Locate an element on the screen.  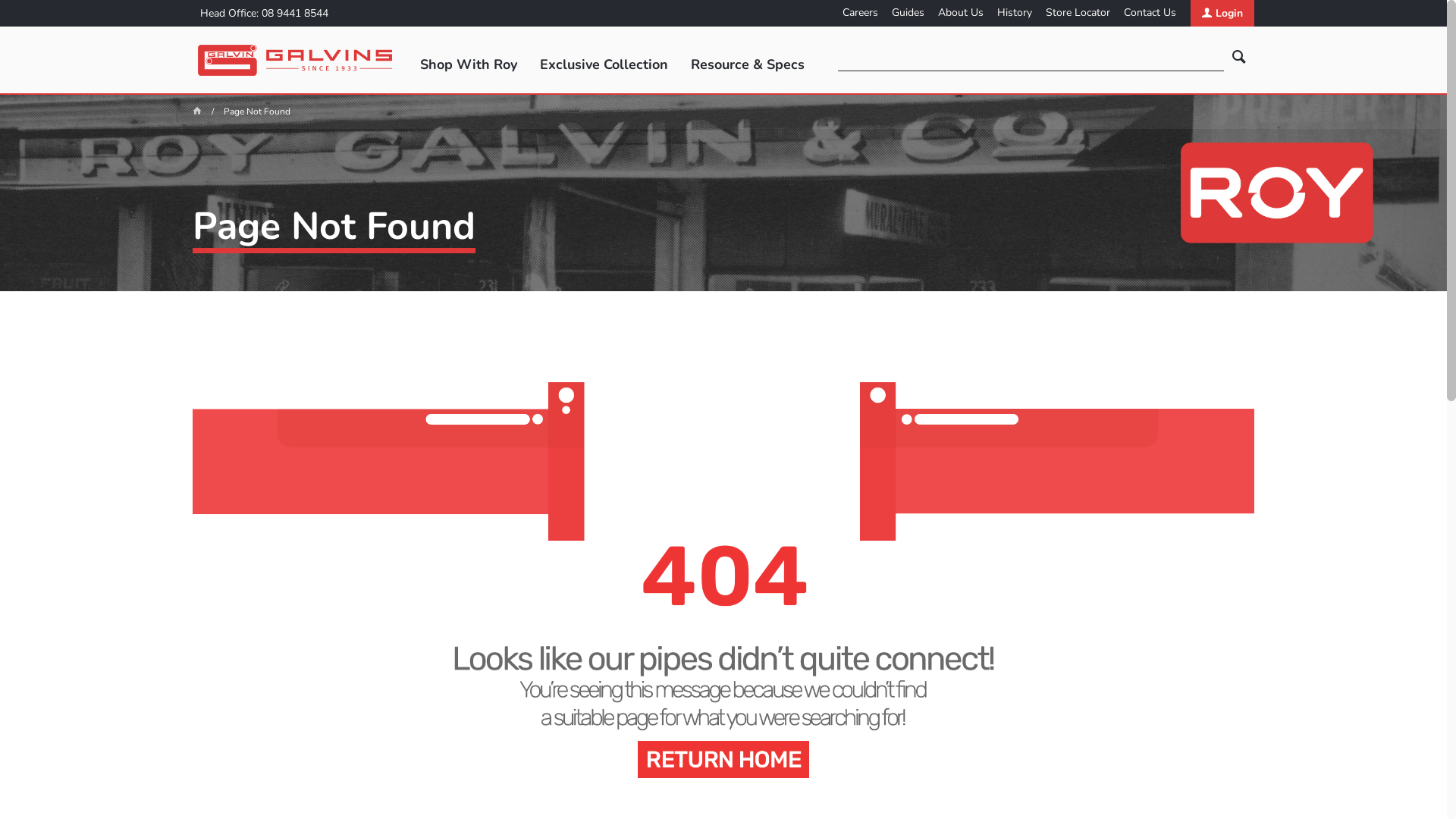
'Contact Us' is located at coordinates (1150, 13).